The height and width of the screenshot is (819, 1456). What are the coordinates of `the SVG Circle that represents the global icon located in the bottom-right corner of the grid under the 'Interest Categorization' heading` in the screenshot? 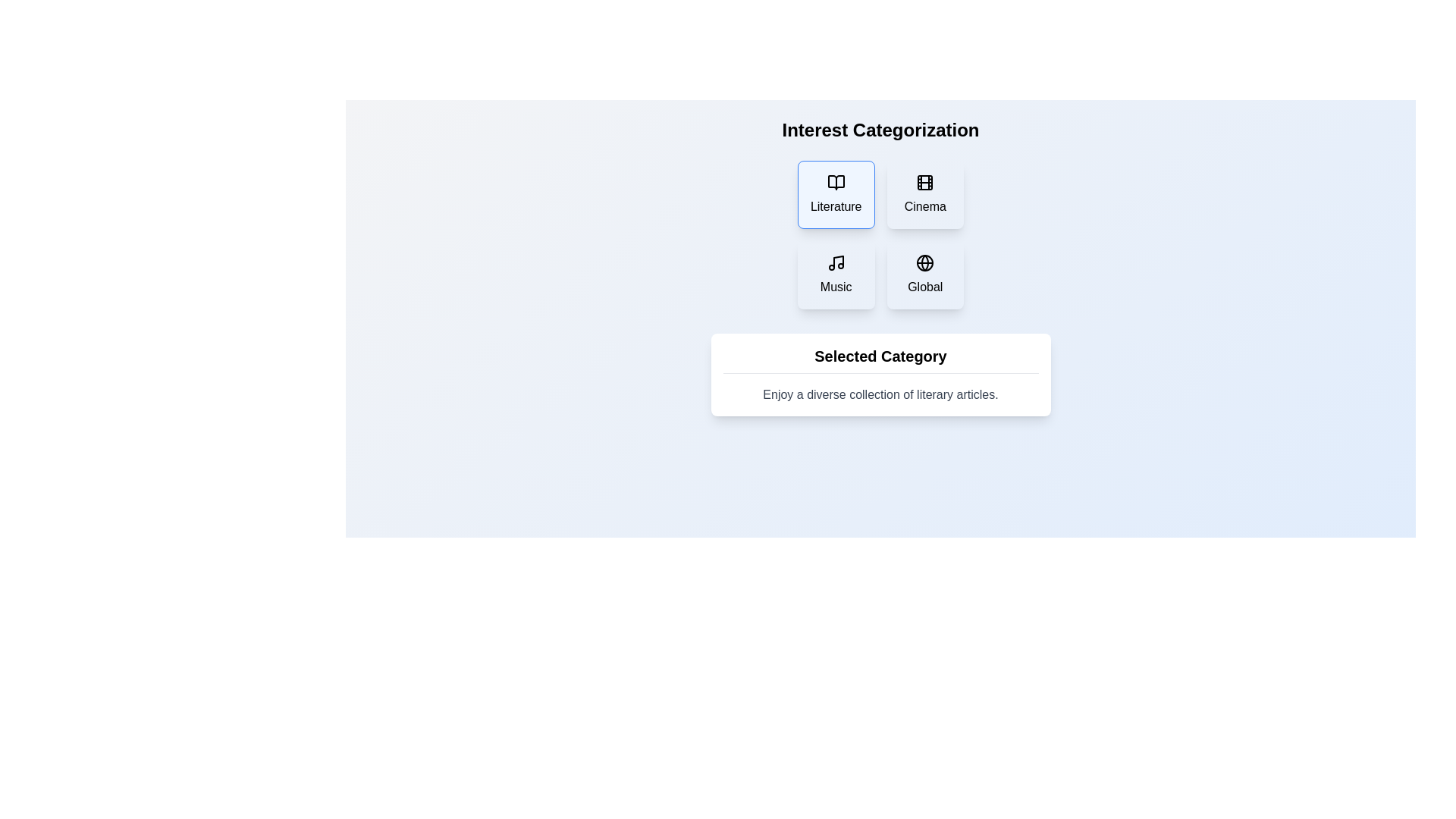 It's located at (924, 262).